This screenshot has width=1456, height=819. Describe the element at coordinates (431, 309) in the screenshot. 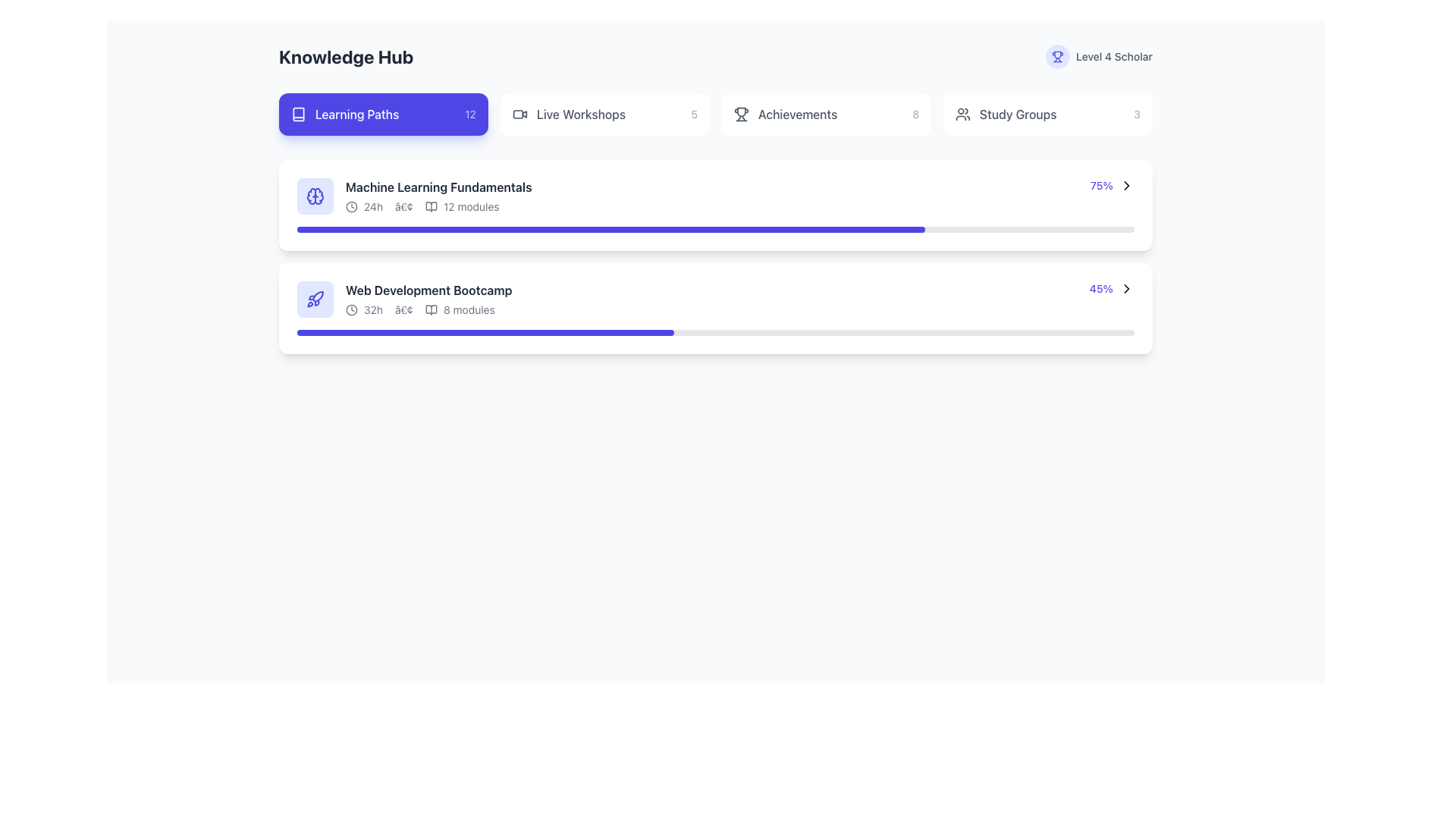

I see `the book icon, which is outlined and filled in the theme's color, located third in the group of learning module icons, positioned between a circular clock icon and the text '8 modules'` at that location.